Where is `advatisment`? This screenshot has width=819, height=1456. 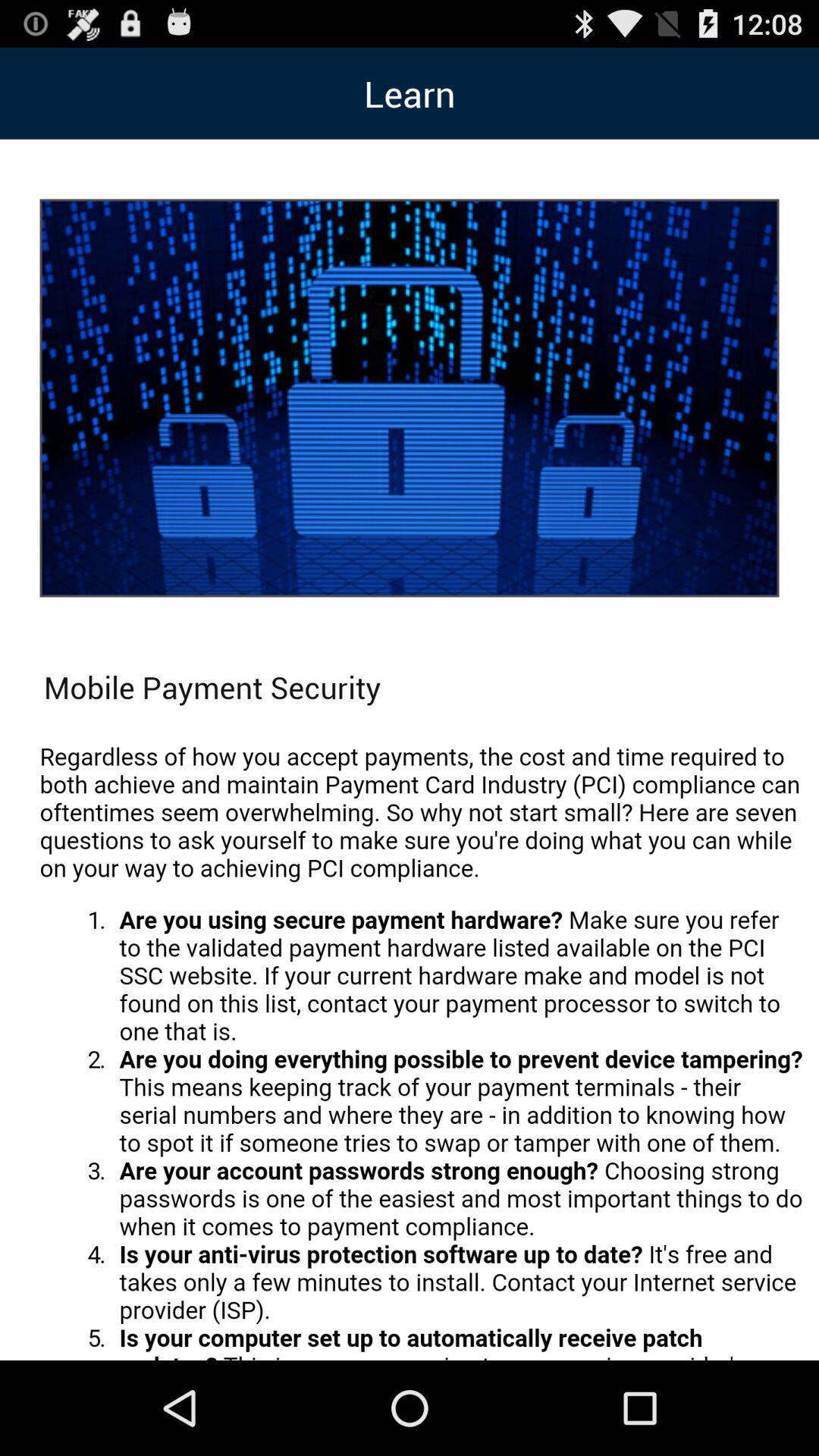 advatisment is located at coordinates (421, 1043).